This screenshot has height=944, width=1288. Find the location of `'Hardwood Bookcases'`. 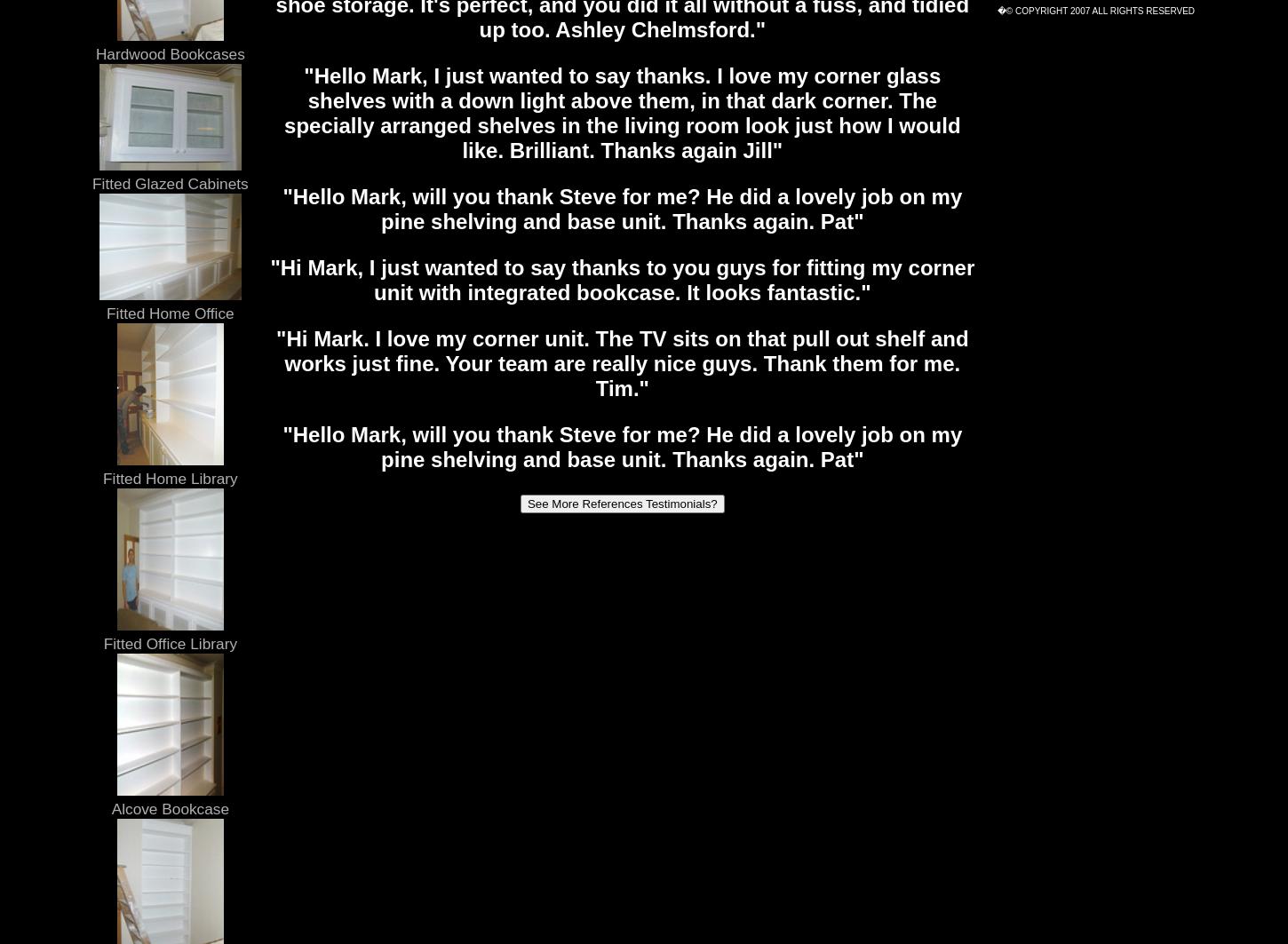

'Hardwood Bookcases' is located at coordinates (95, 52).